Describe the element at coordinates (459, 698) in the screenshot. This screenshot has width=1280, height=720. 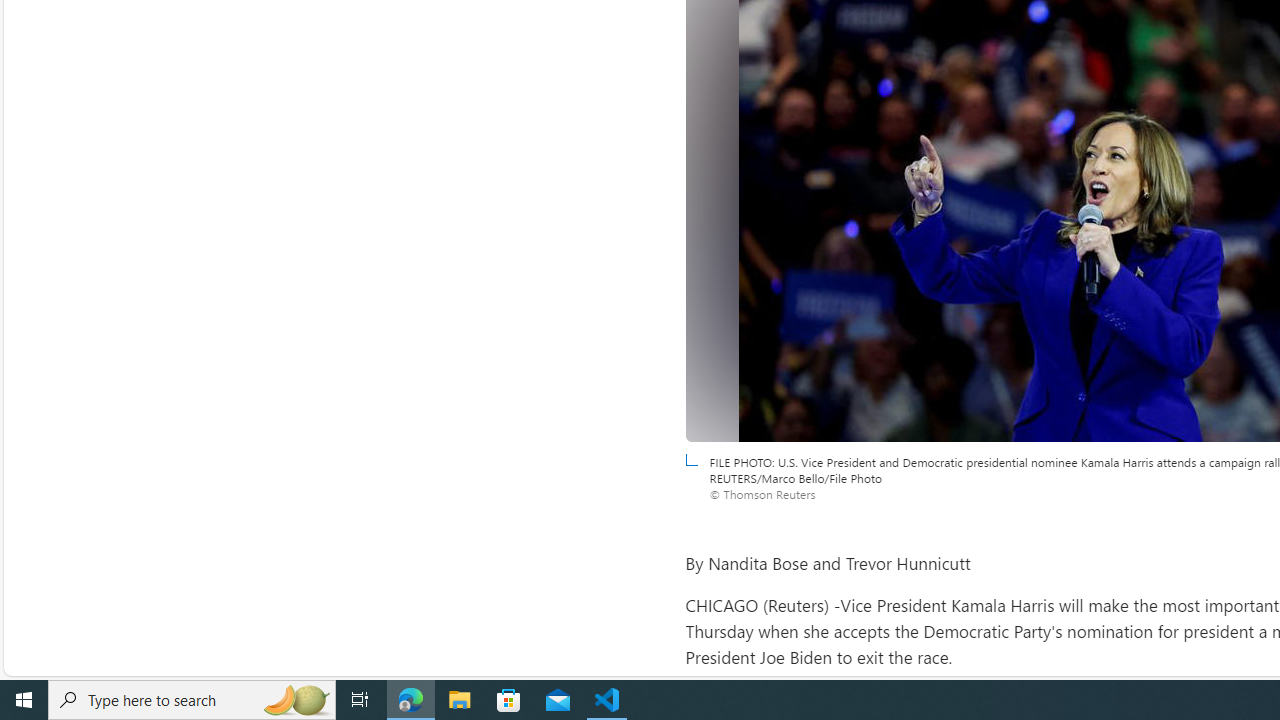
I see `'File Explorer'` at that location.